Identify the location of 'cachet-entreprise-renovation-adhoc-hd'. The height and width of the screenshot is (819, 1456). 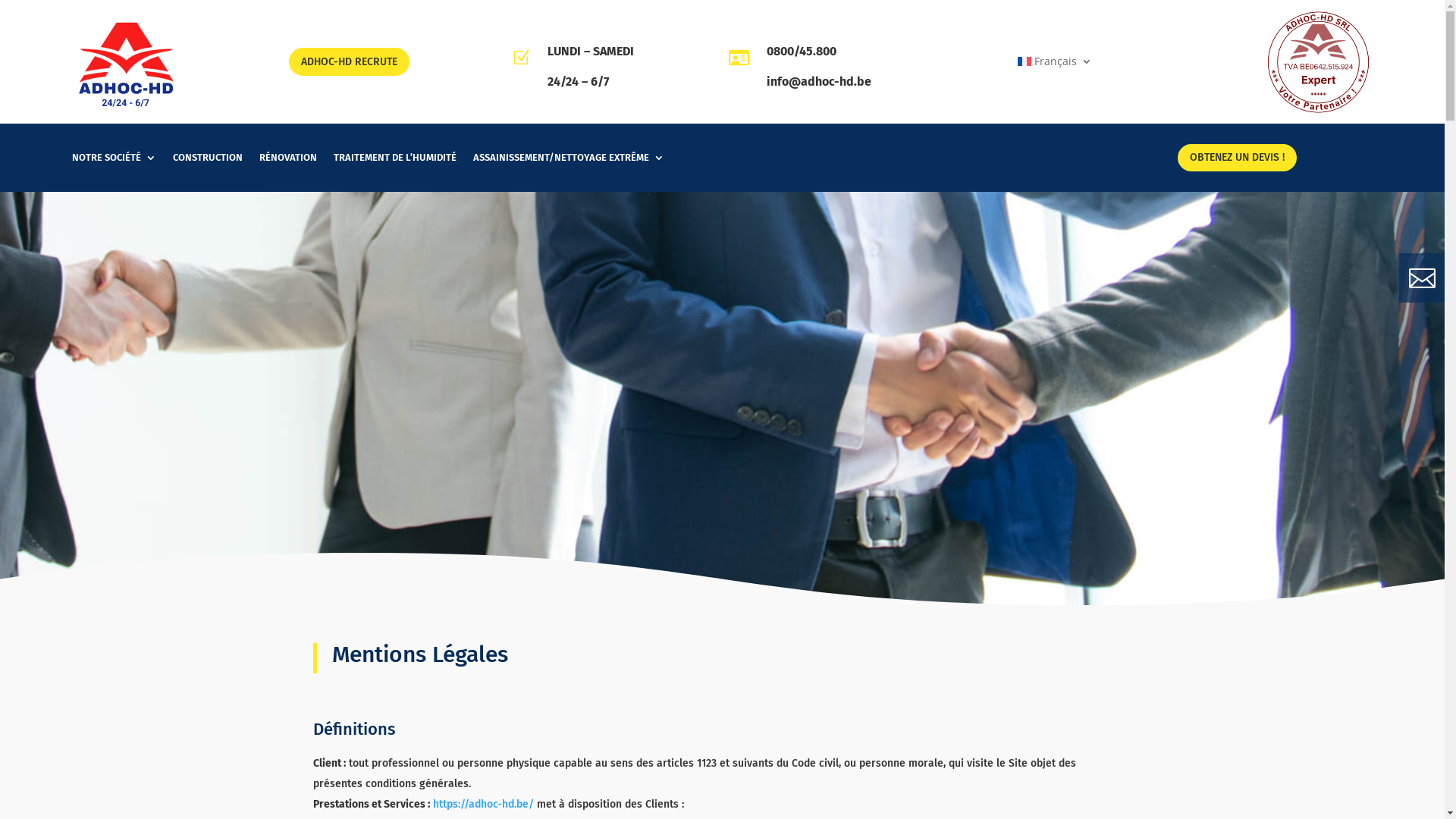
(1317, 61).